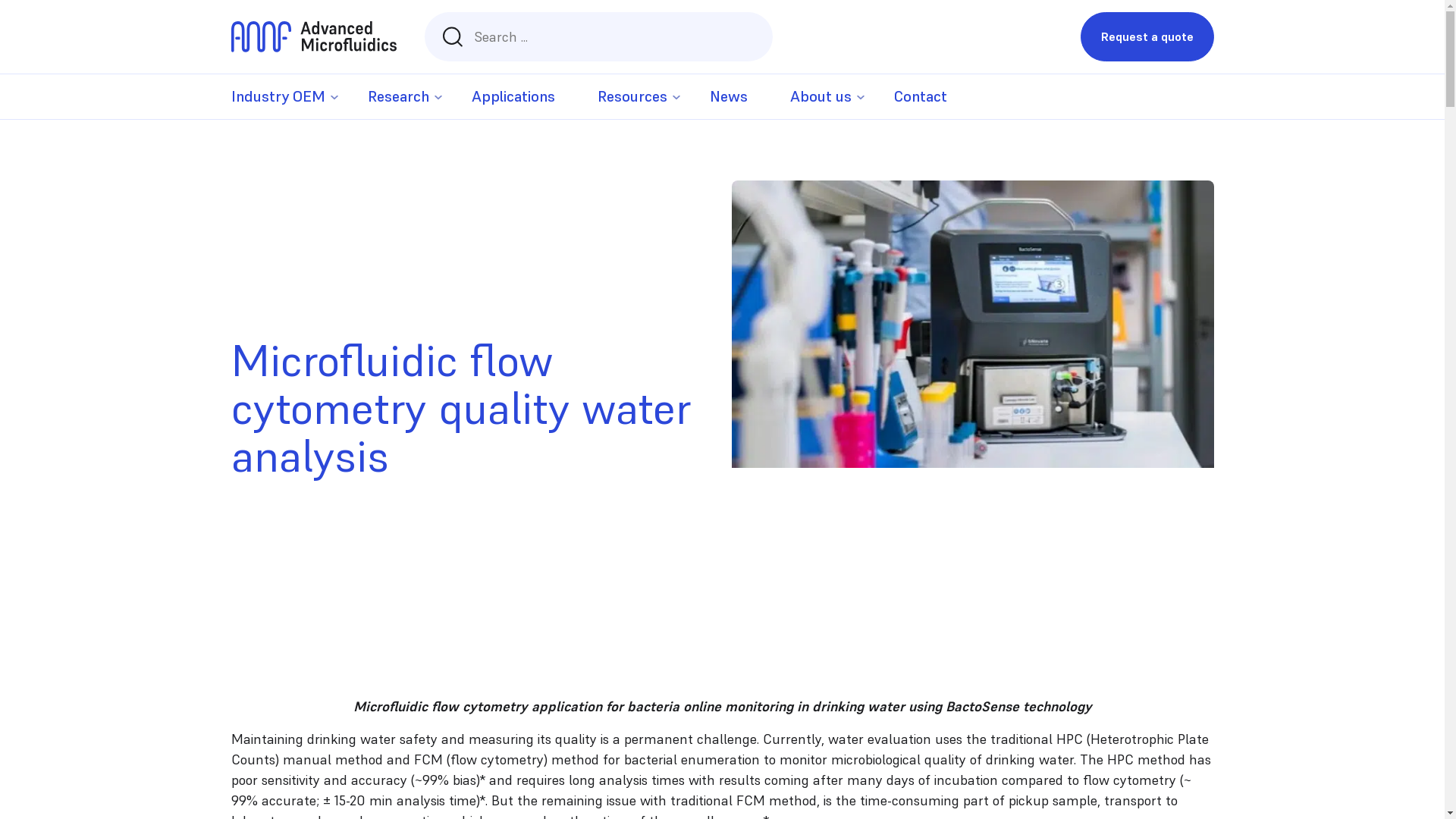 The height and width of the screenshot is (819, 1456). What do you see at coordinates (789, 96) in the screenshot?
I see `'About us'` at bounding box center [789, 96].